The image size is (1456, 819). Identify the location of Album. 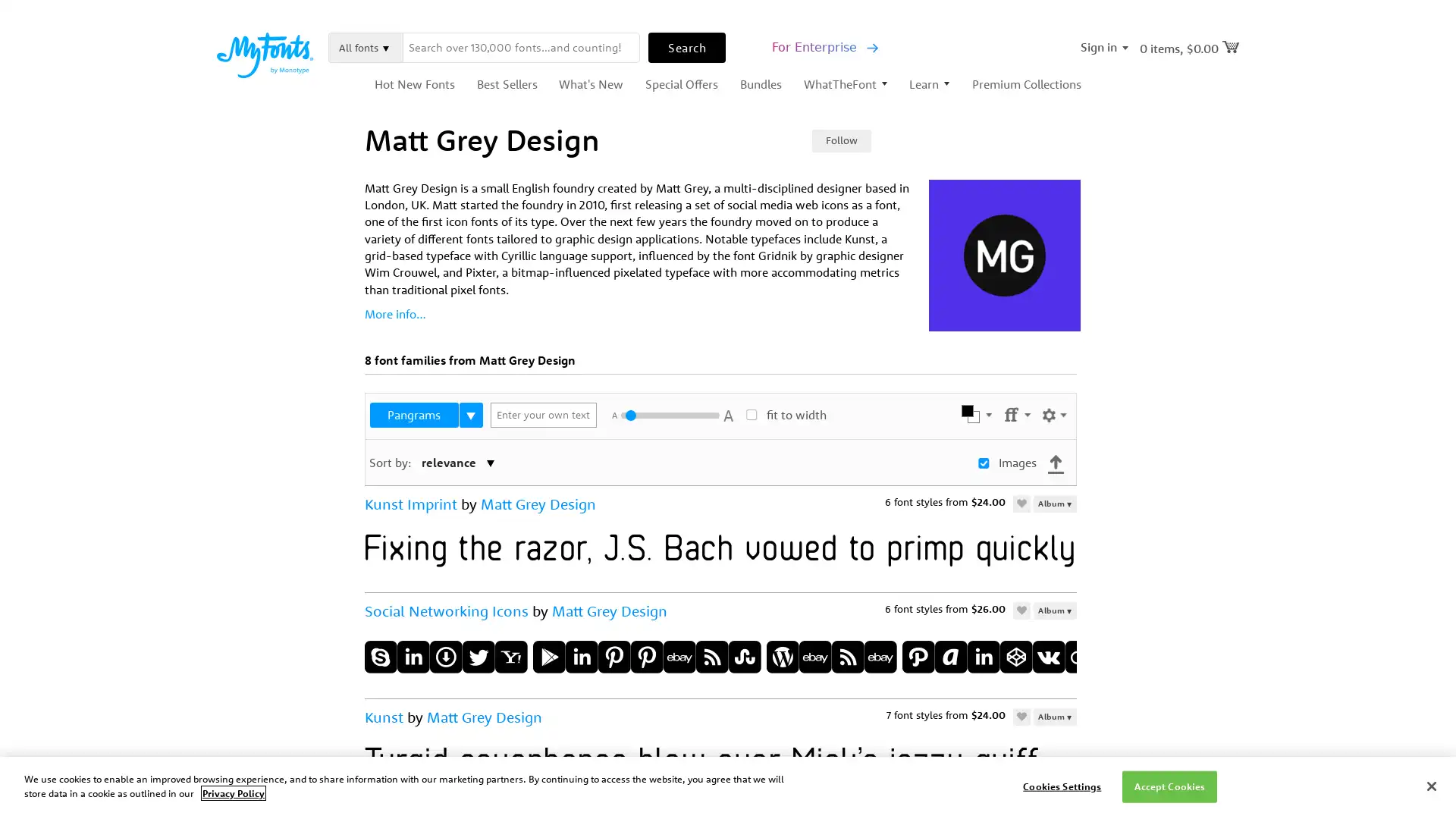
(1054, 609).